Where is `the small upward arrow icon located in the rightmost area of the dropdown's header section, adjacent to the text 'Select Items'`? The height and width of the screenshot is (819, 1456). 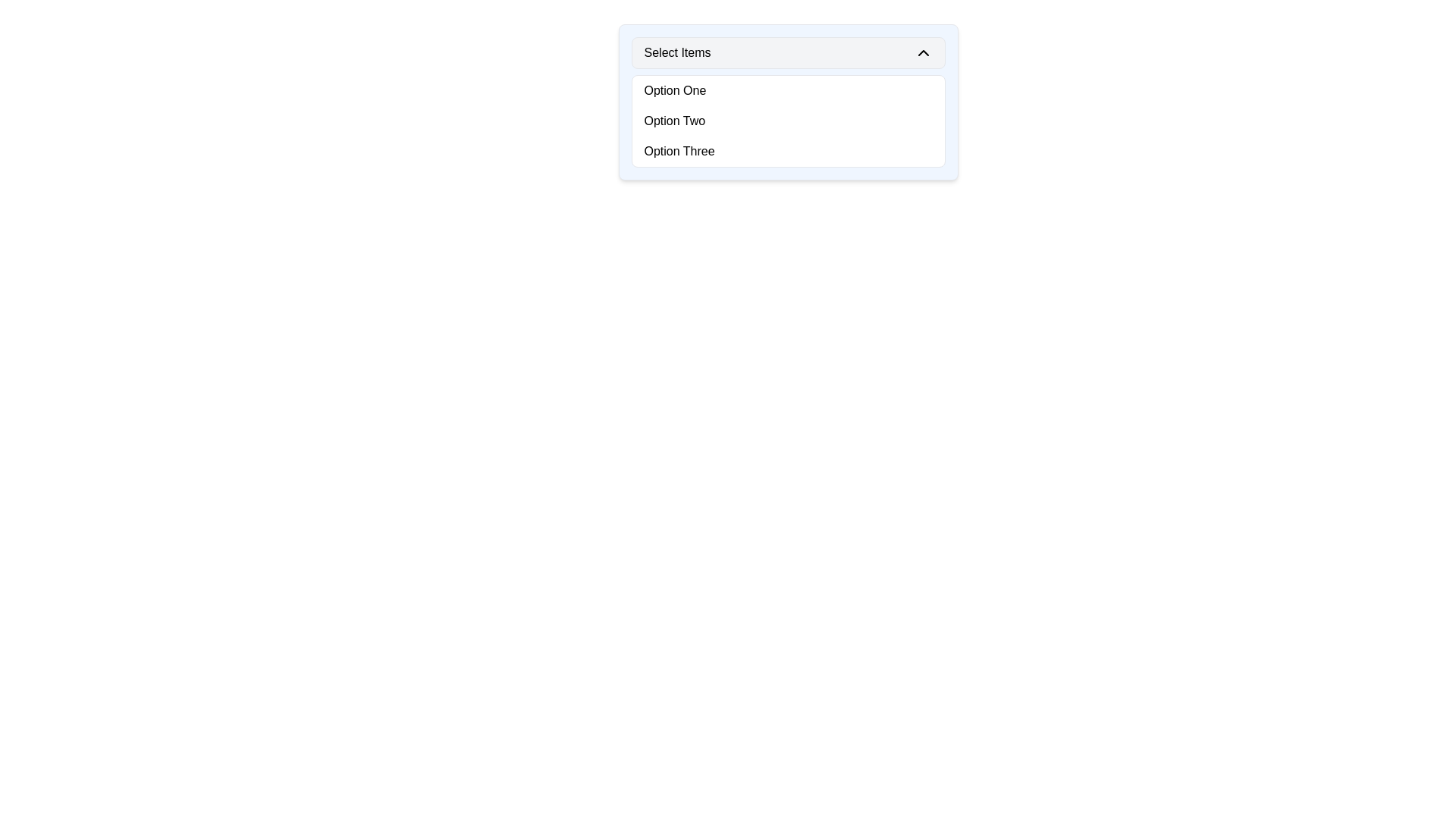
the small upward arrow icon located in the rightmost area of the dropdown's header section, adjacent to the text 'Select Items' is located at coordinates (922, 52).